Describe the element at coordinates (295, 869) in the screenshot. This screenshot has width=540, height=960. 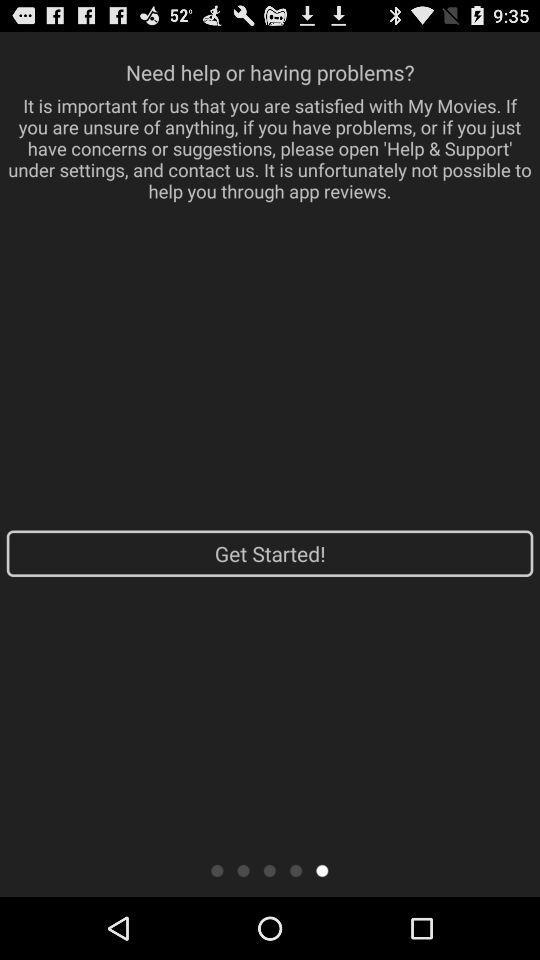
I see `a page of the tutorial` at that location.